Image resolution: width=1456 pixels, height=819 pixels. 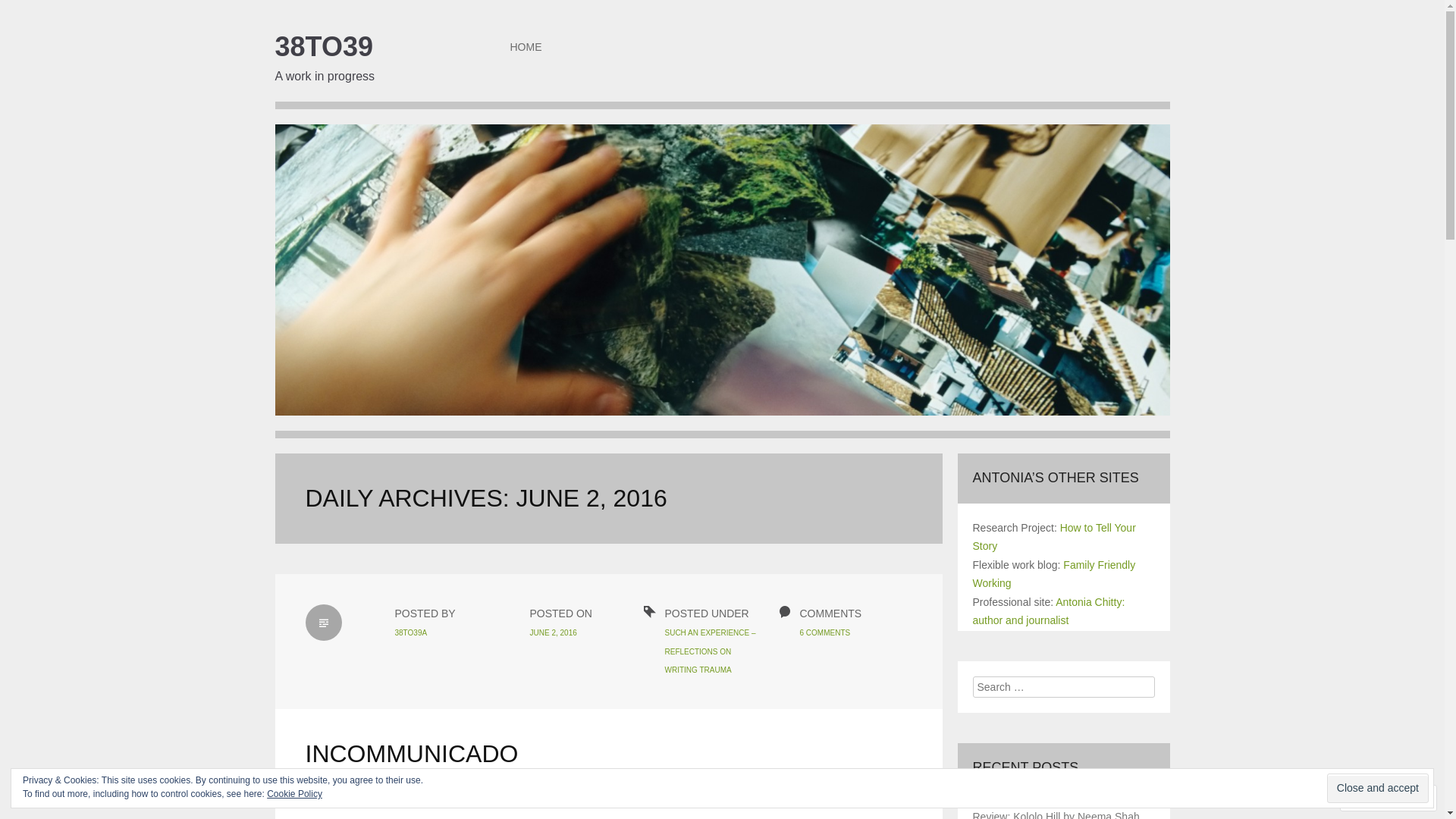 What do you see at coordinates (304, 754) in the screenshot?
I see `'INCOMMUNICADO'` at bounding box center [304, 754].